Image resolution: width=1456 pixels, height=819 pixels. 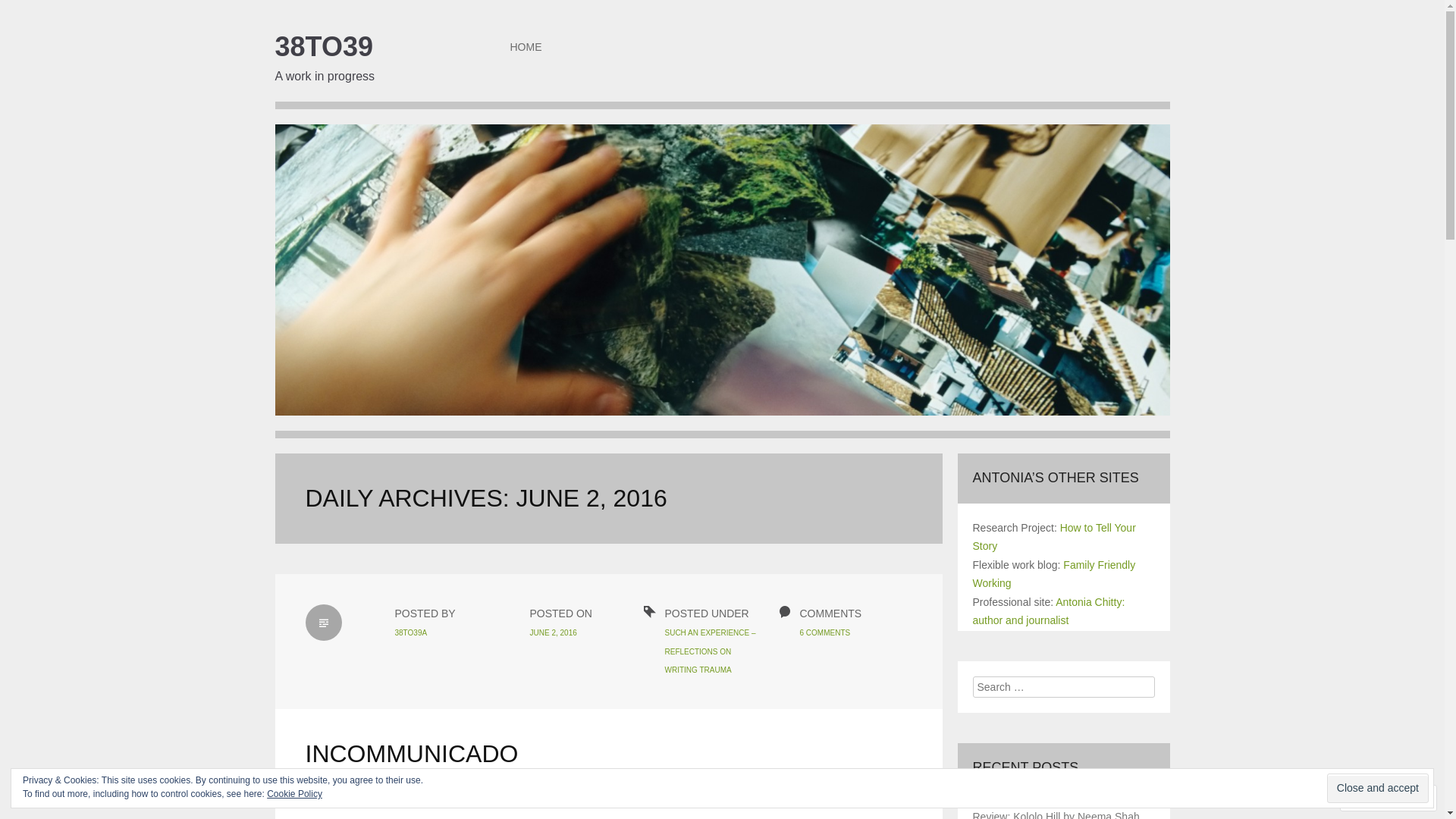 What do you see at coordinates (304, 754) in the screenshot?
I see `'INCOMMUNICADO'` at bounding box center [304, 754].